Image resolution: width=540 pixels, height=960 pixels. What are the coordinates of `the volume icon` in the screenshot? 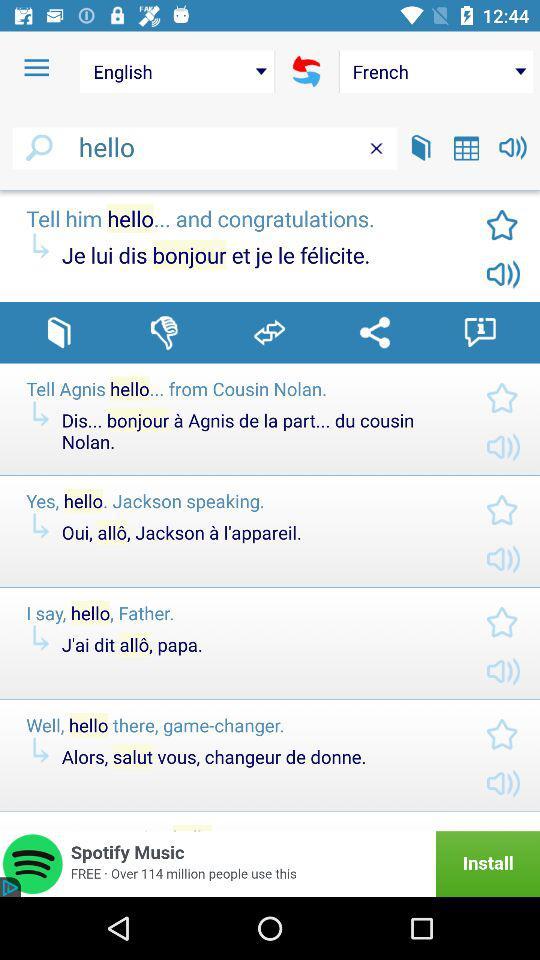 It's located at (513, 146).